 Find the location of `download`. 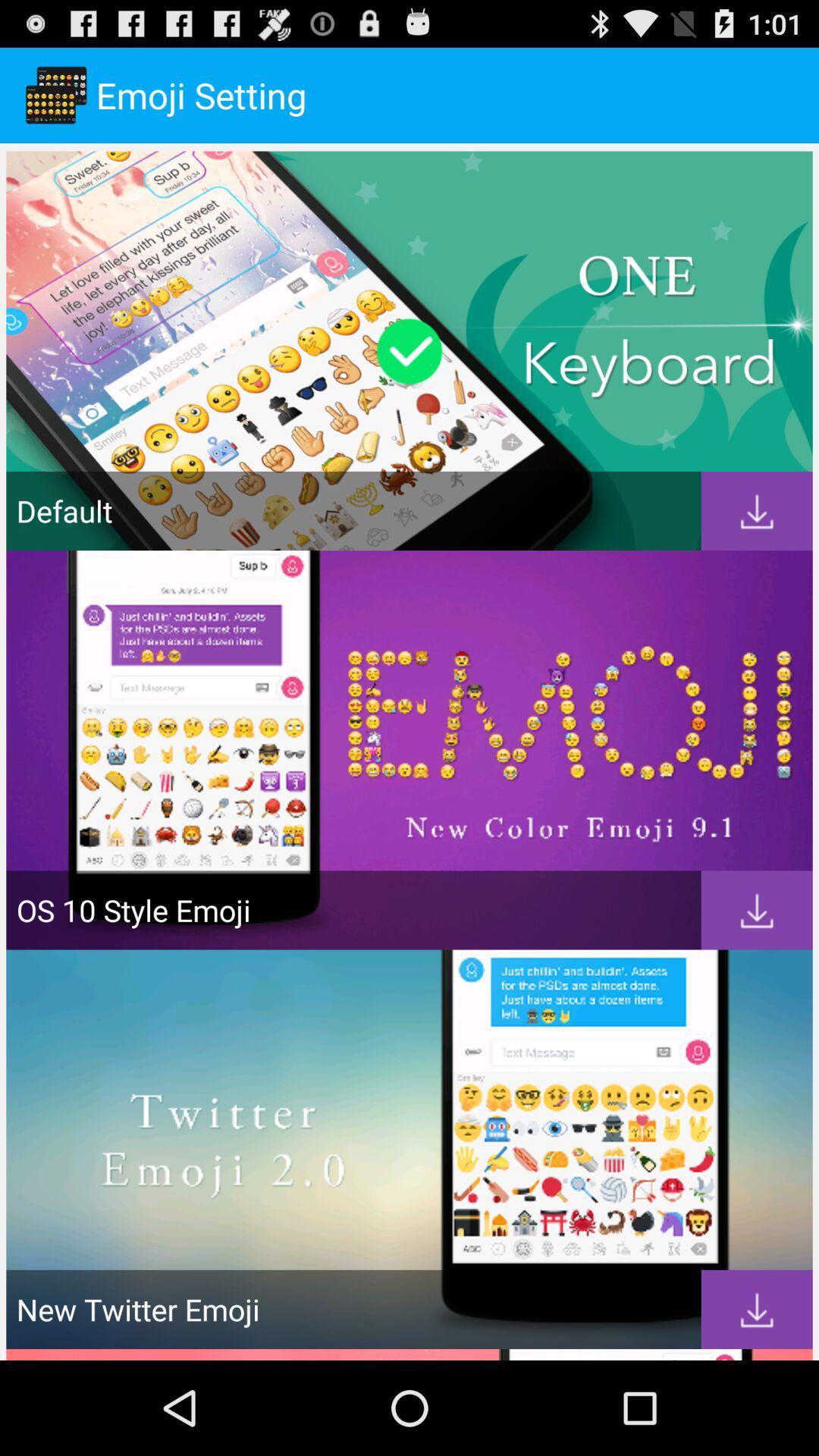

download is located at coordinates (757, 511).